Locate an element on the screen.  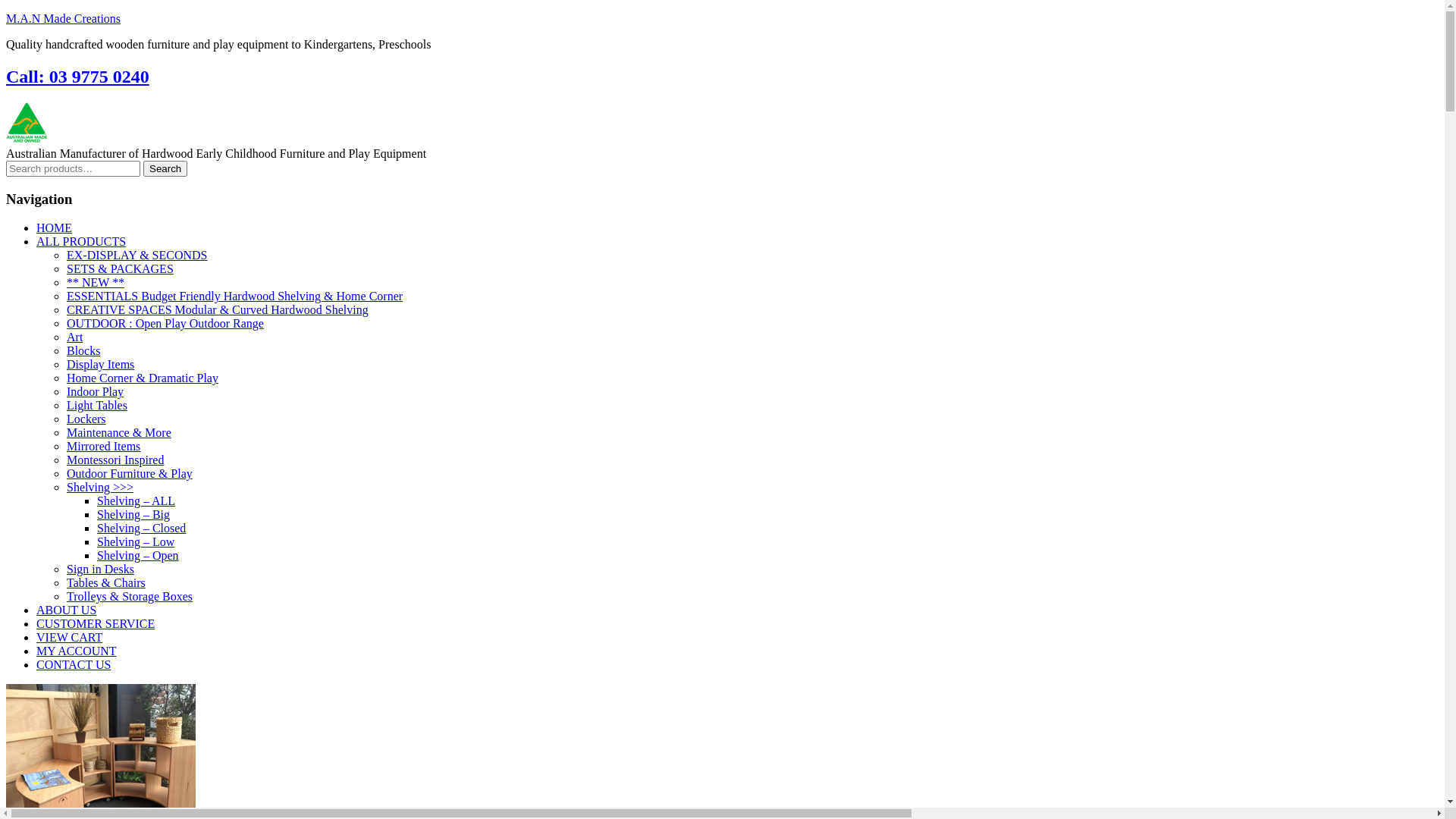
'Art' is located at coordinates (65, 336).